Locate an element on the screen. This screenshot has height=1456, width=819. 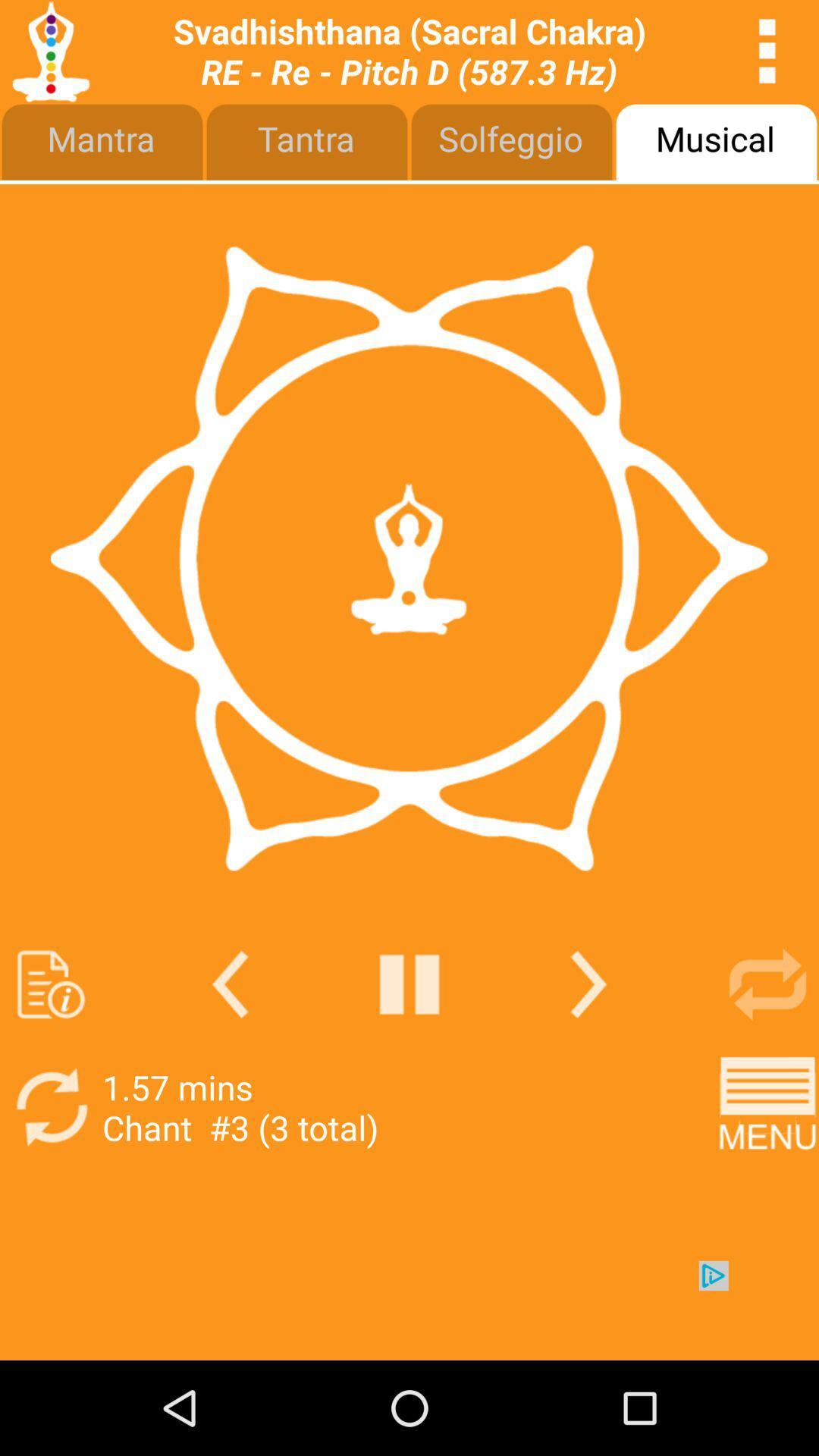
the menu icon is located at coordinates (767, 1184).